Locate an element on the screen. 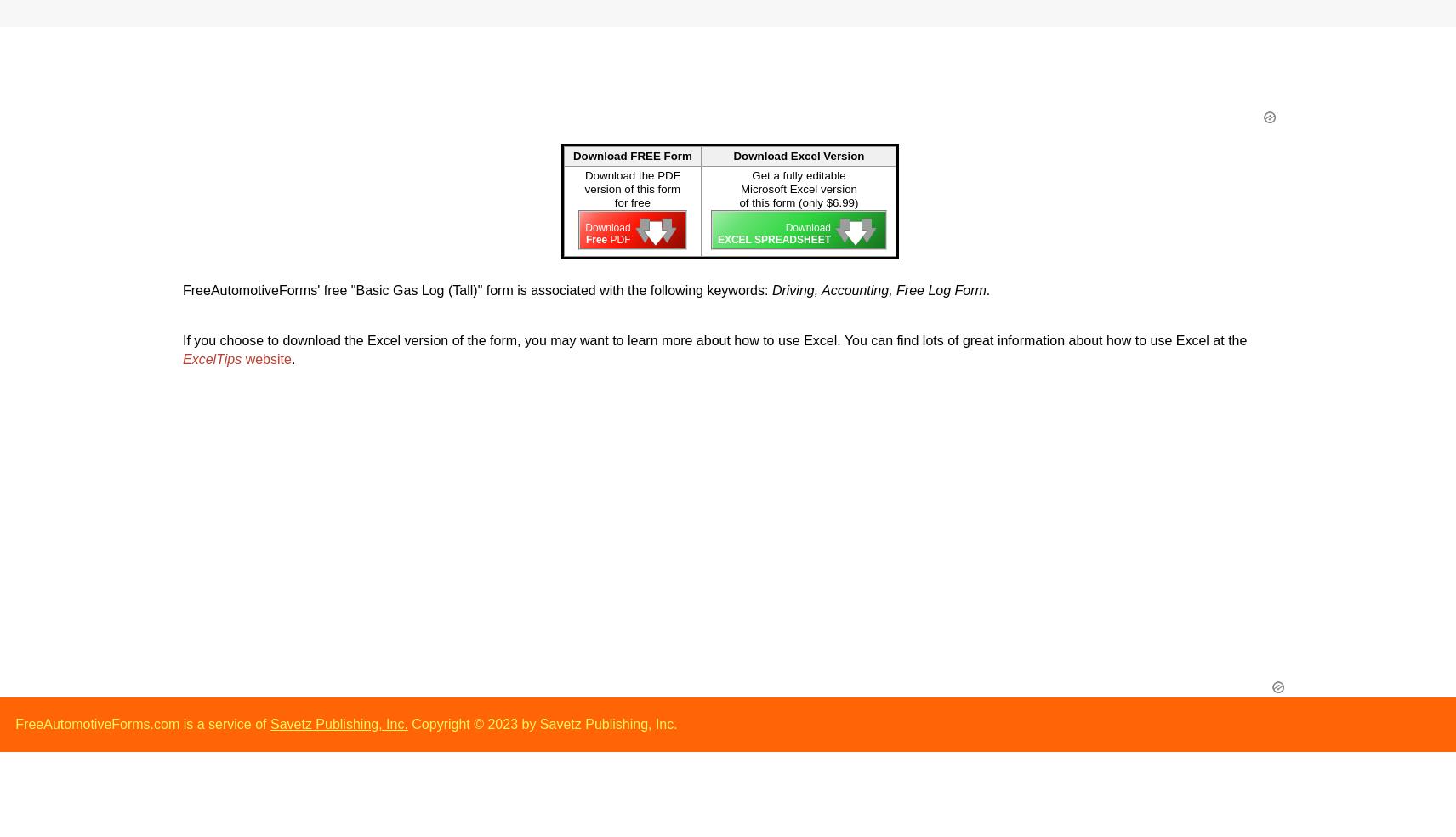 Image resolution: width=1456 pixels, height=837 pixels. 'Download the PDF' is located at coordinates (632, 175).